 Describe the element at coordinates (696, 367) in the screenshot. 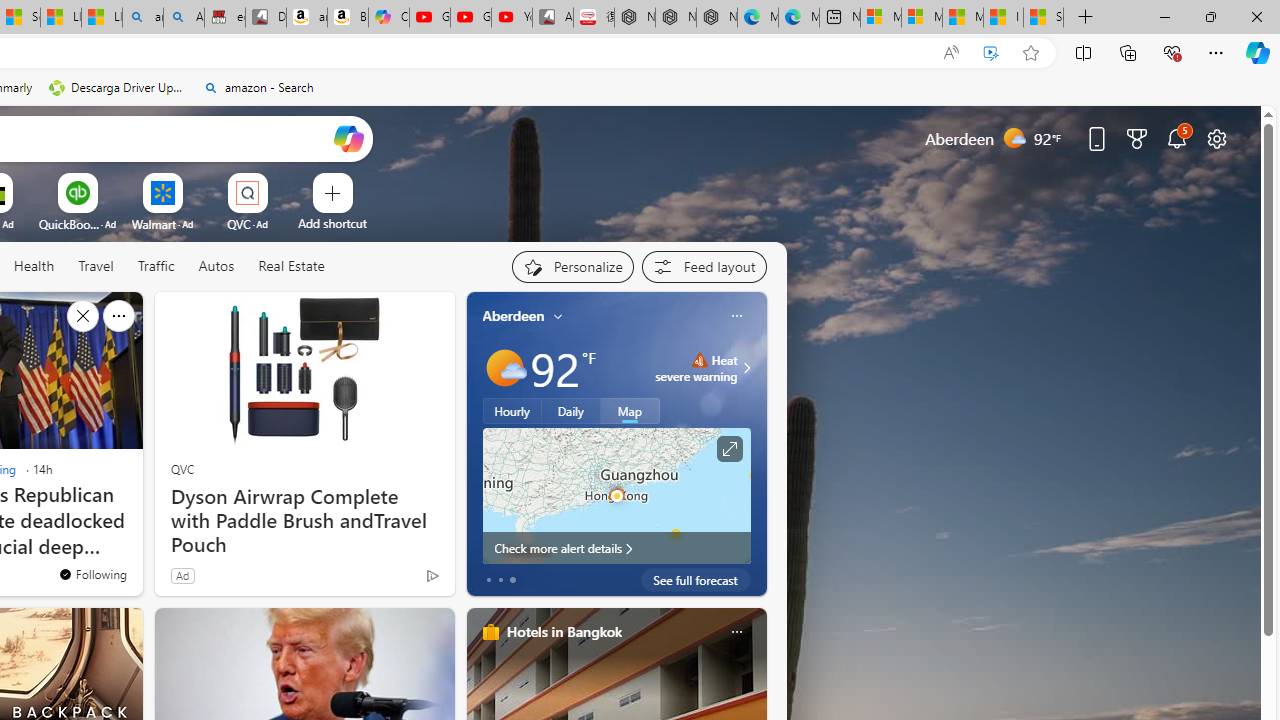

I see `'Heat - Severe Heat severe warning'` at that location.